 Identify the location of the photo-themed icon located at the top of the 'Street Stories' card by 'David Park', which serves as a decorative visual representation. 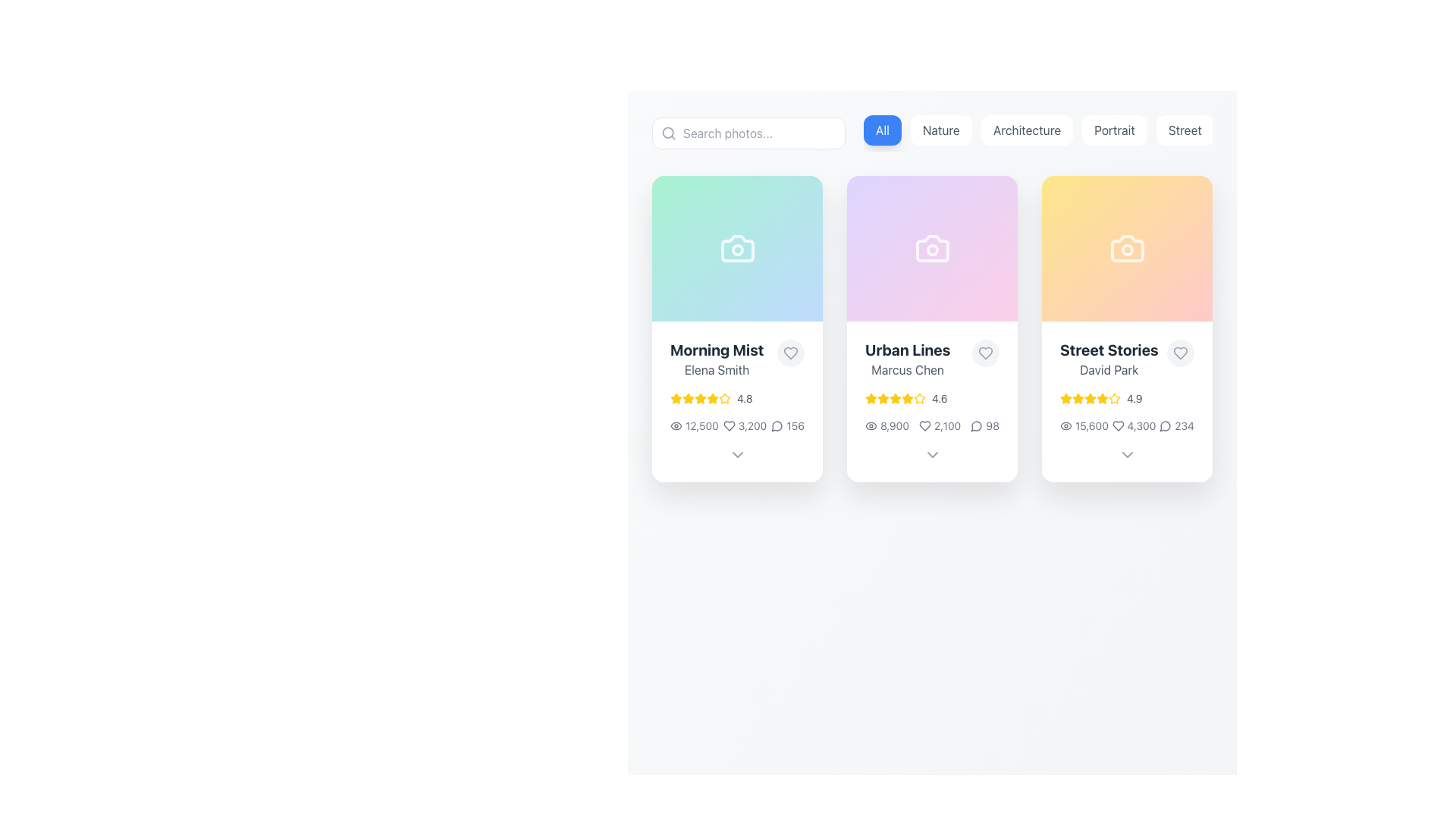
(1127, 247).